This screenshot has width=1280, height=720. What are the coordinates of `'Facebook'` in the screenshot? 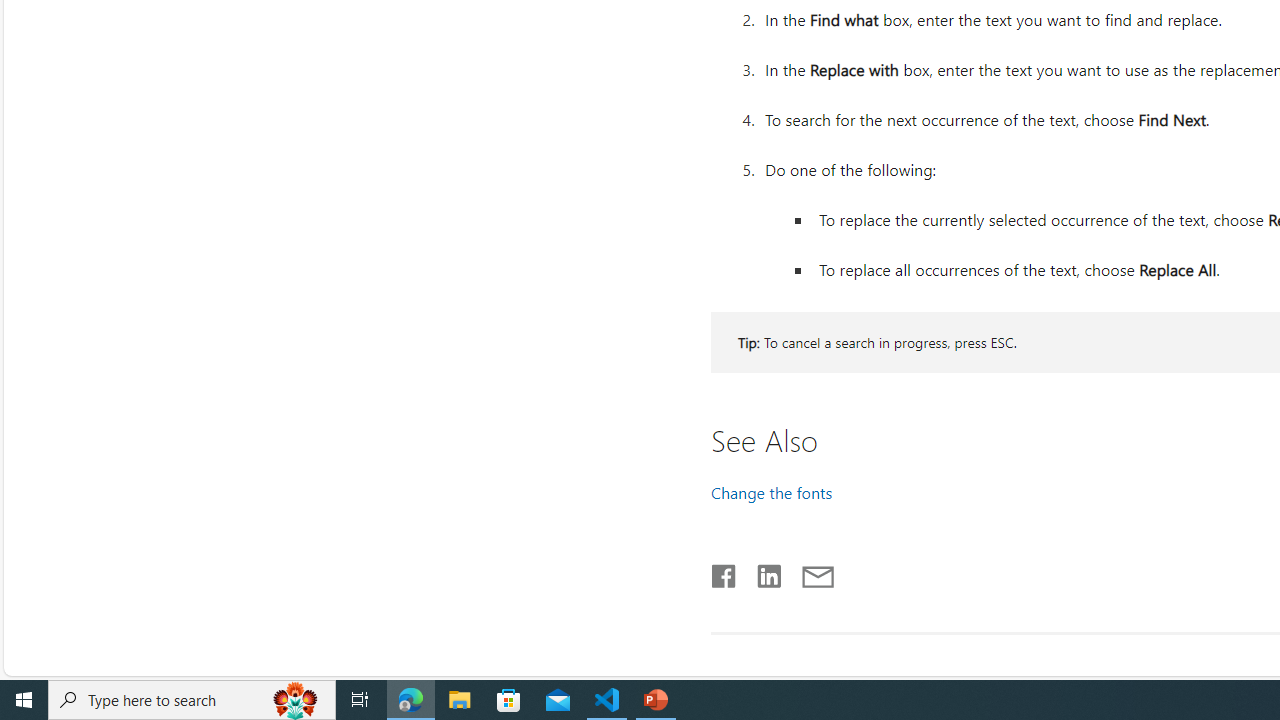 It's located at (722, 572).